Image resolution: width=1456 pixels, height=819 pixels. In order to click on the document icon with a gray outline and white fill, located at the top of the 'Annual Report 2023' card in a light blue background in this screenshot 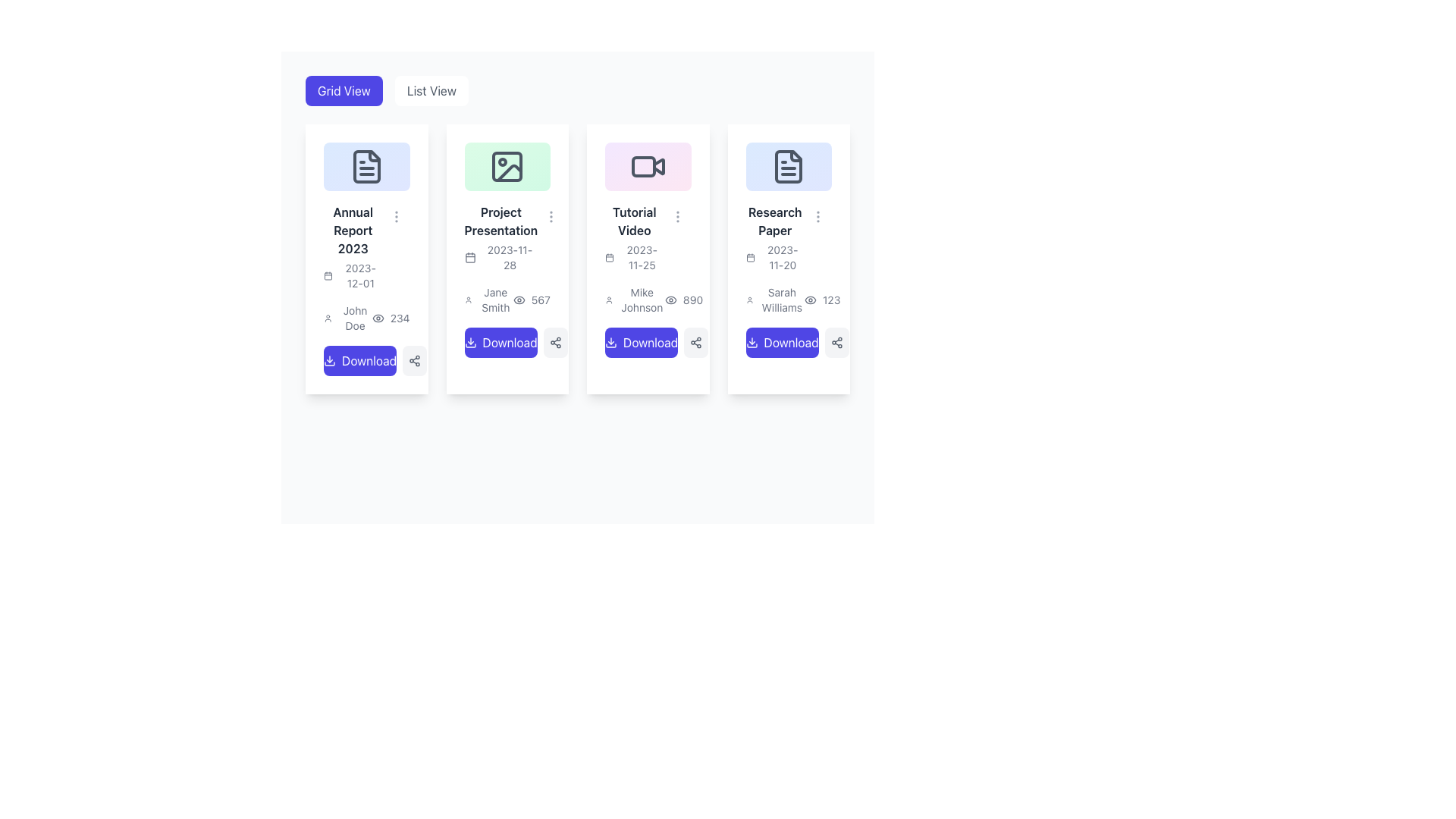, I will do `click(366, 166)`.